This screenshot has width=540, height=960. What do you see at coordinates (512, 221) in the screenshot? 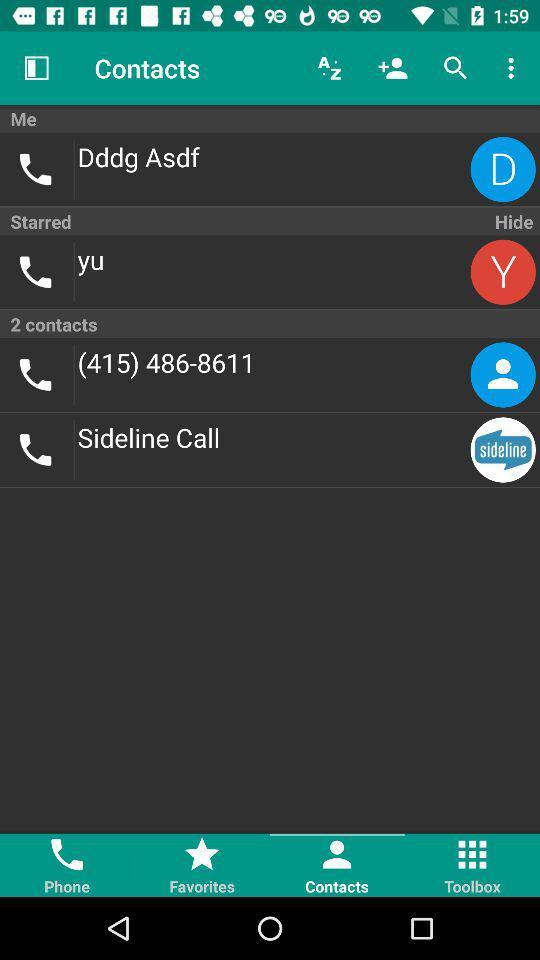
I see `icon to the right of starred icon` at bounding box center [512, 221].